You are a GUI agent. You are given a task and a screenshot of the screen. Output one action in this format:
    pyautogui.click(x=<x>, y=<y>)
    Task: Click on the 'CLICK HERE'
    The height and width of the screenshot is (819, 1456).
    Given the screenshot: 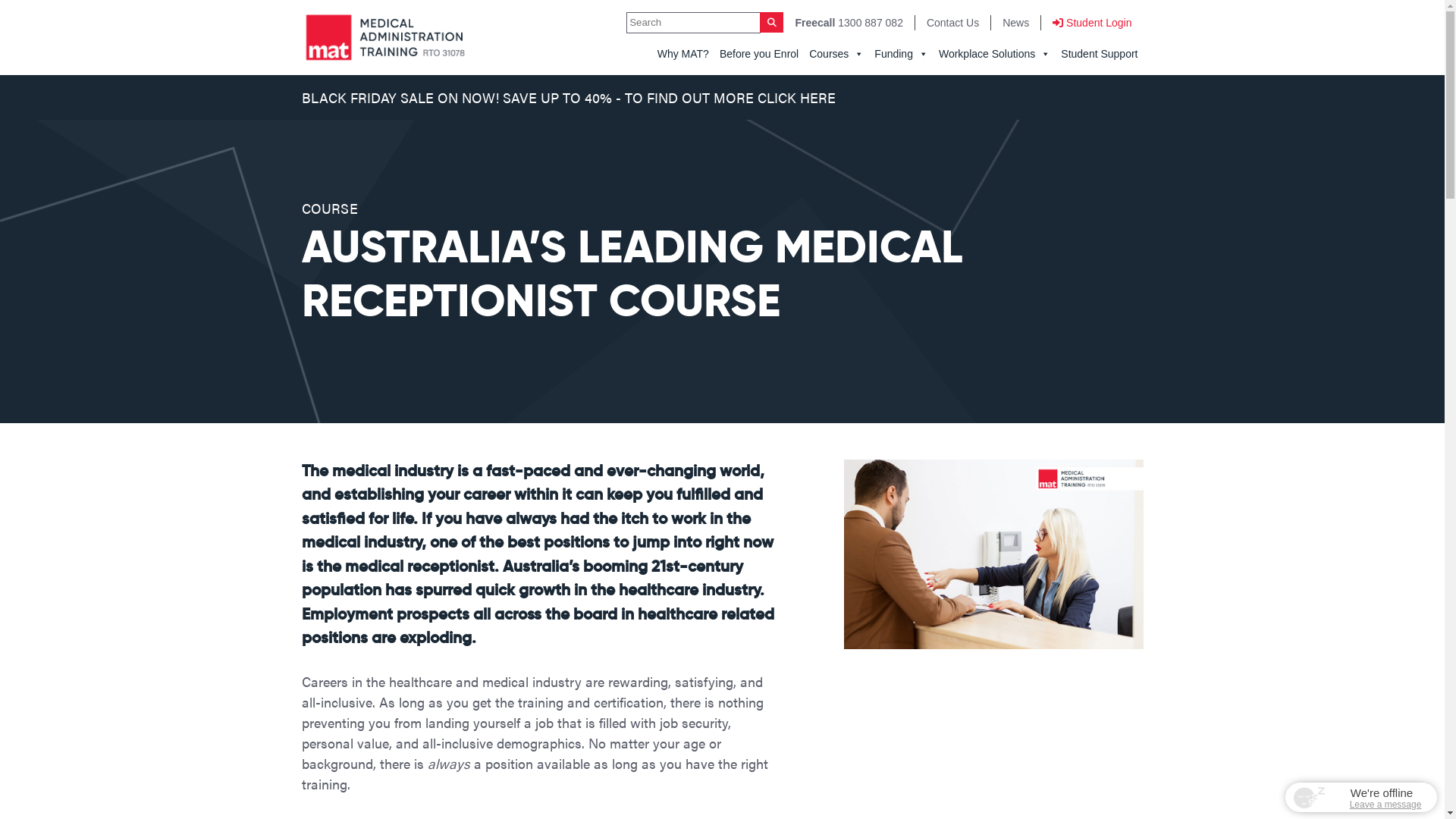 What is the action you would take?
    pyautogui.click(x=795, y=97)
    